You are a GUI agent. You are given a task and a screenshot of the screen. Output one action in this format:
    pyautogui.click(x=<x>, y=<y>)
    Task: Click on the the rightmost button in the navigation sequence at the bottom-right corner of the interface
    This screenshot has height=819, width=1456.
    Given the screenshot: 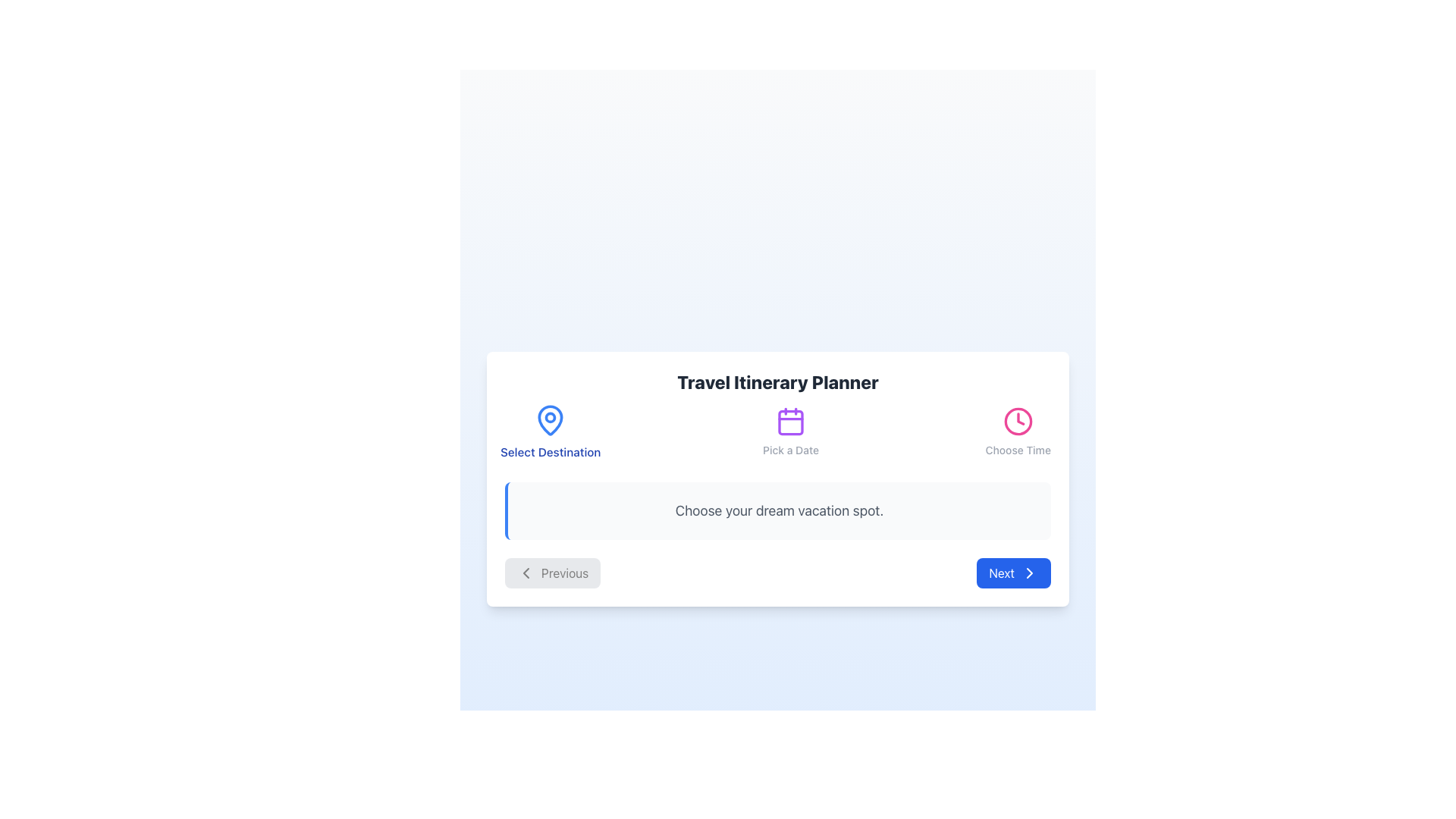 What is the action you would take?
    pyautogui.click(x=1014, y=573)
    